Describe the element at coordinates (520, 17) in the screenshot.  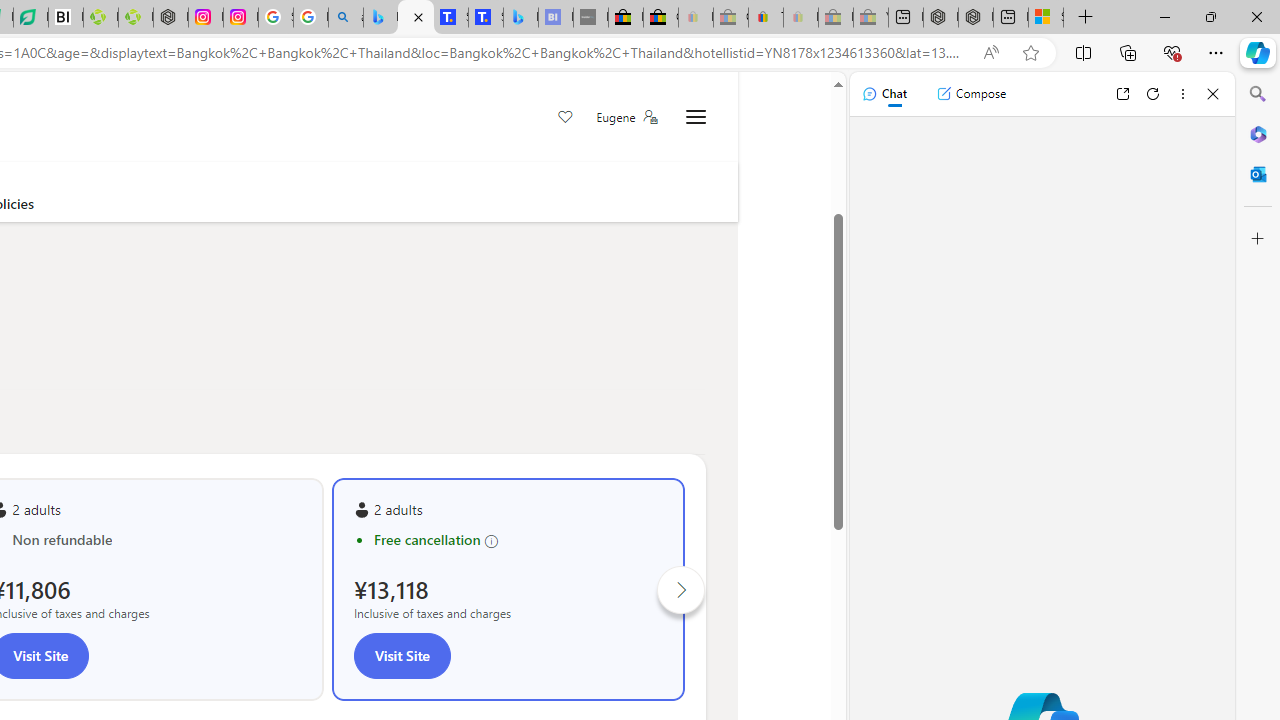
I see `'Microsoft Bing Travel - Shangri-La Hotel Bangkok'` at that location.